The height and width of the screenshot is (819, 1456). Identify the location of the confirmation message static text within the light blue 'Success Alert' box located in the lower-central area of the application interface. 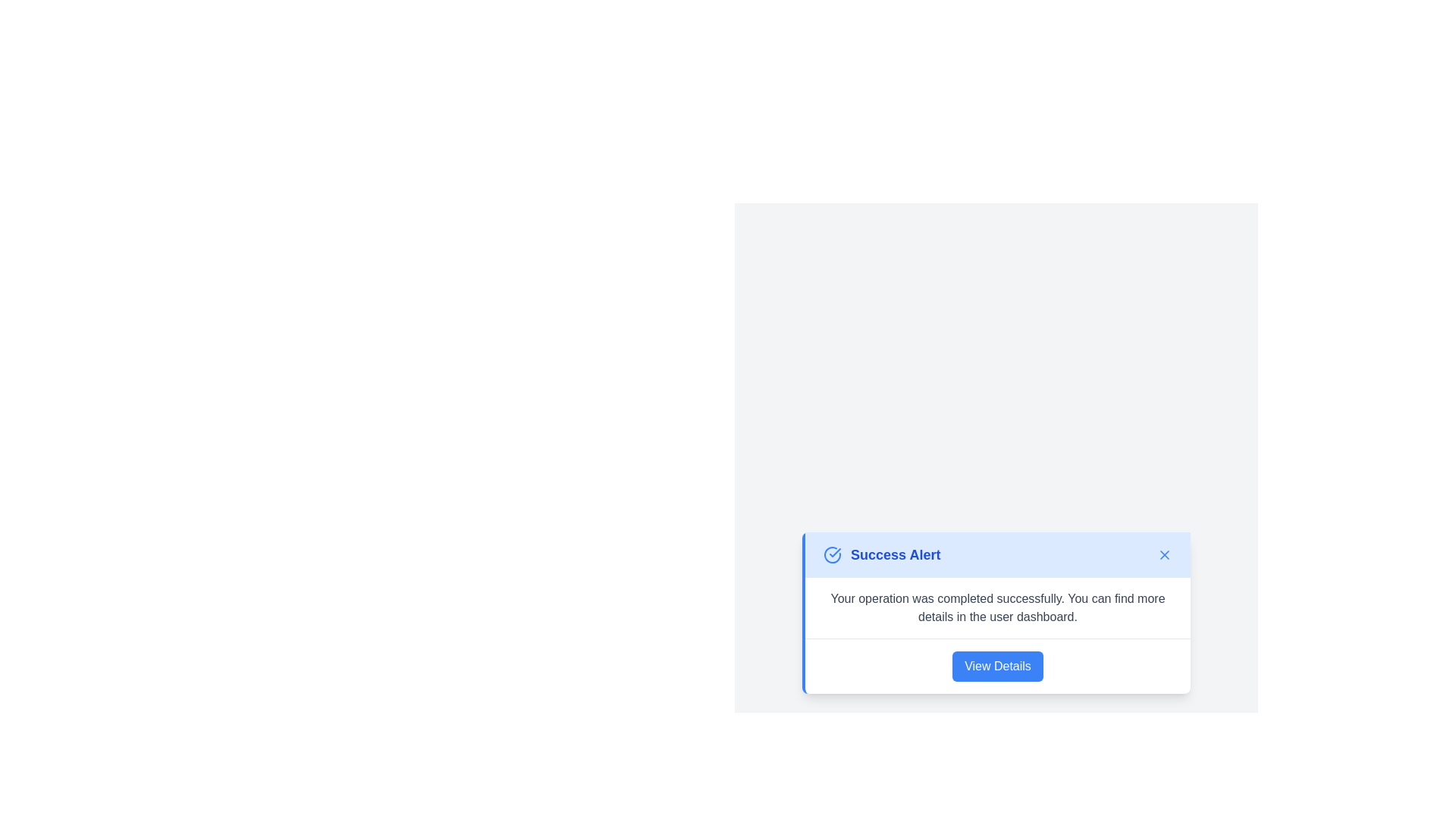
(997, 607).